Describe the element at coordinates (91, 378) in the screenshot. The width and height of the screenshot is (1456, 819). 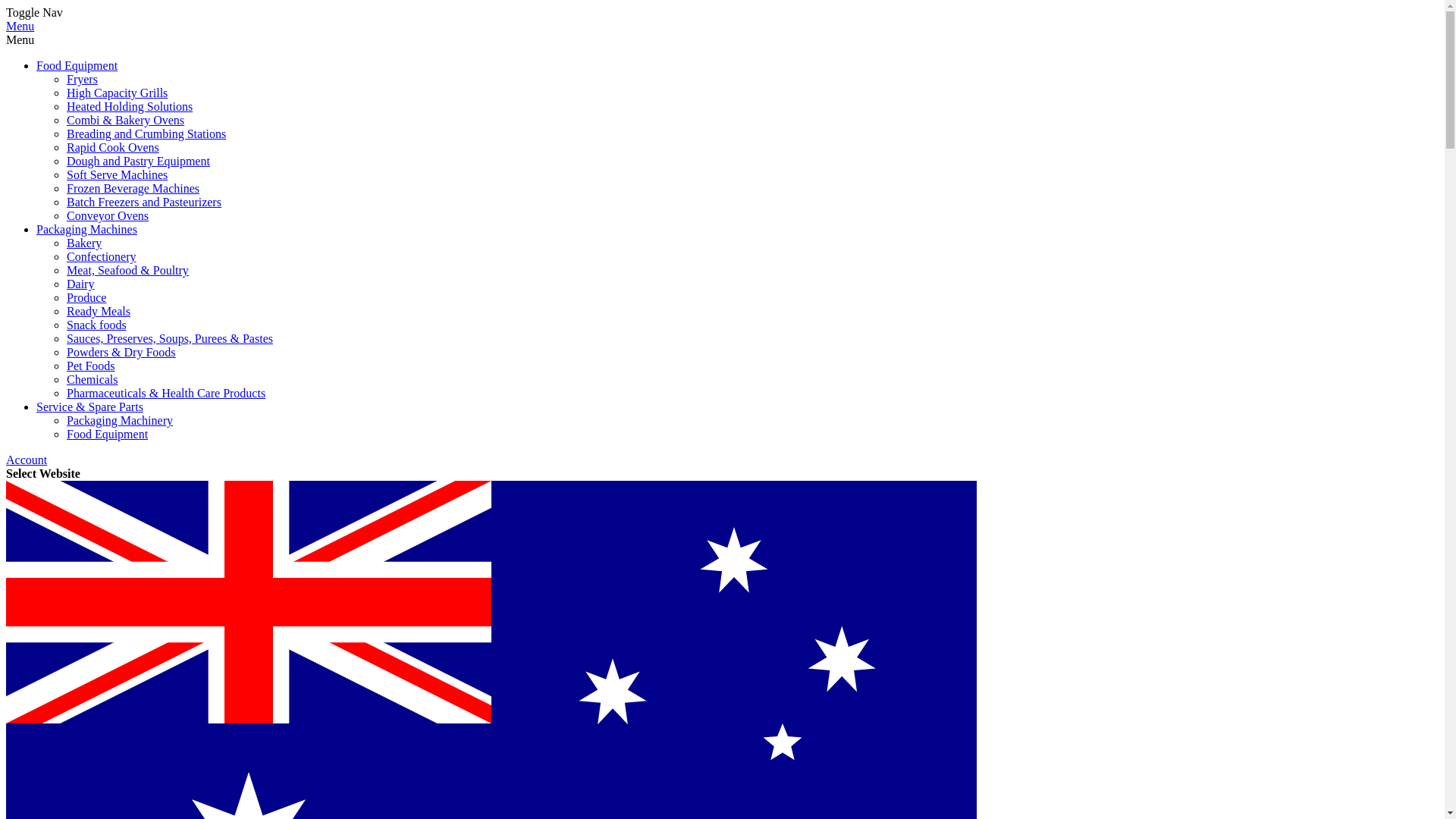
I see `'Chemicals'` at that location.